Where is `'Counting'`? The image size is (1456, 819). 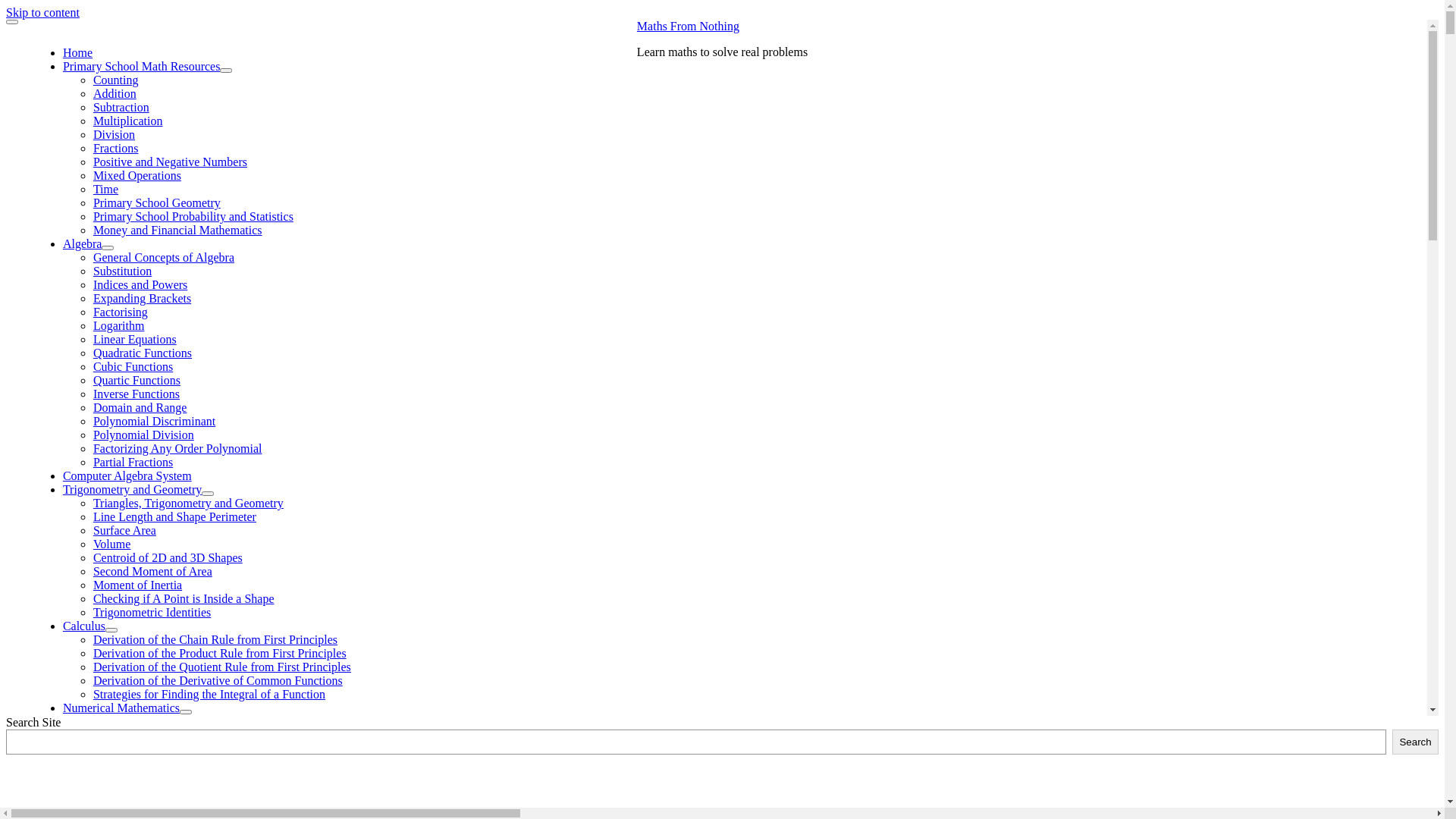 'Counting' is located at coordinates (115, 80).